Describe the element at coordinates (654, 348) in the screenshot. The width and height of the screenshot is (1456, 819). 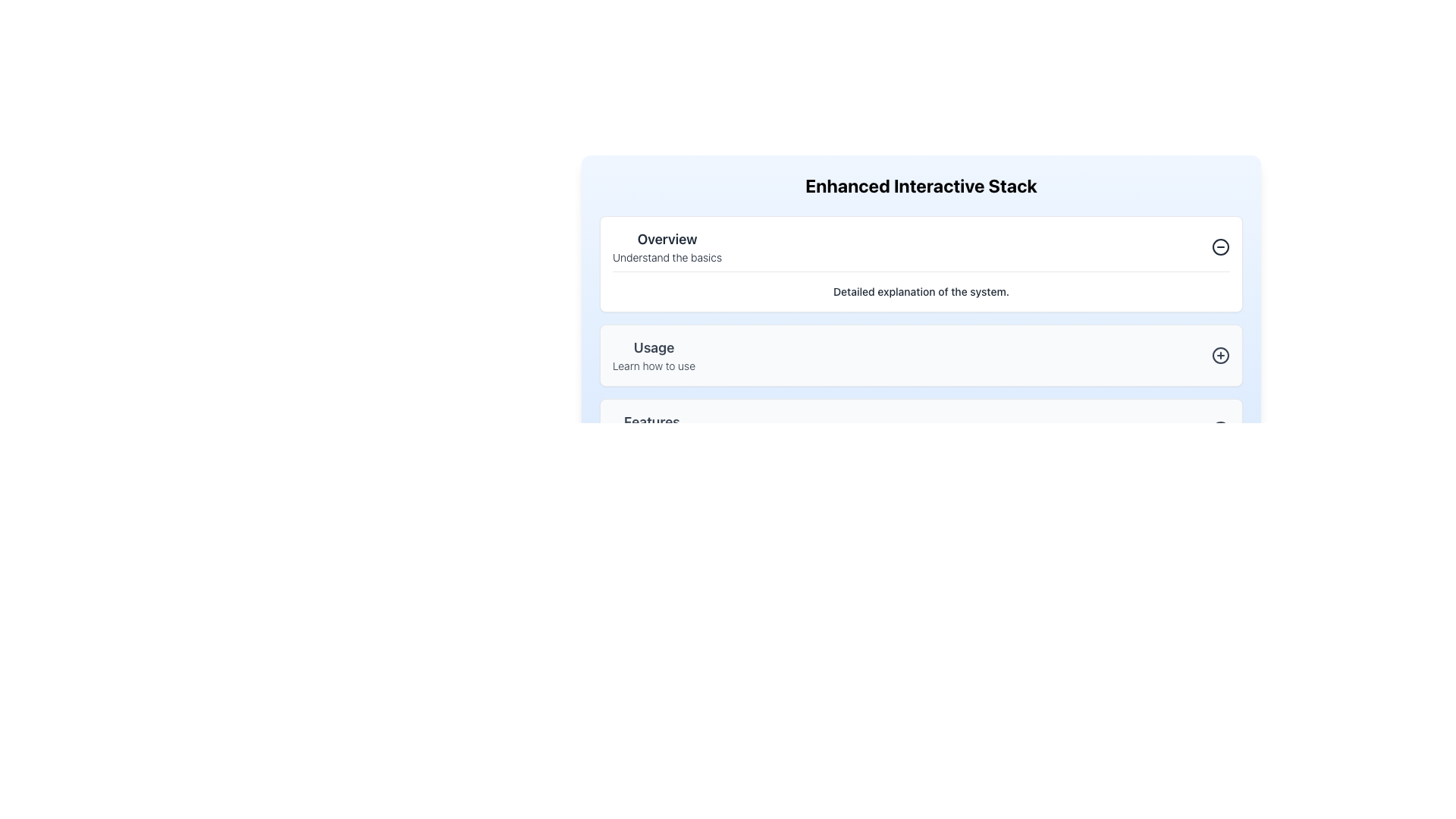
I see `text label located below the 'Overview' section and above the 'Learn how to use' text, which serves as the primary header for usage information` at that location.